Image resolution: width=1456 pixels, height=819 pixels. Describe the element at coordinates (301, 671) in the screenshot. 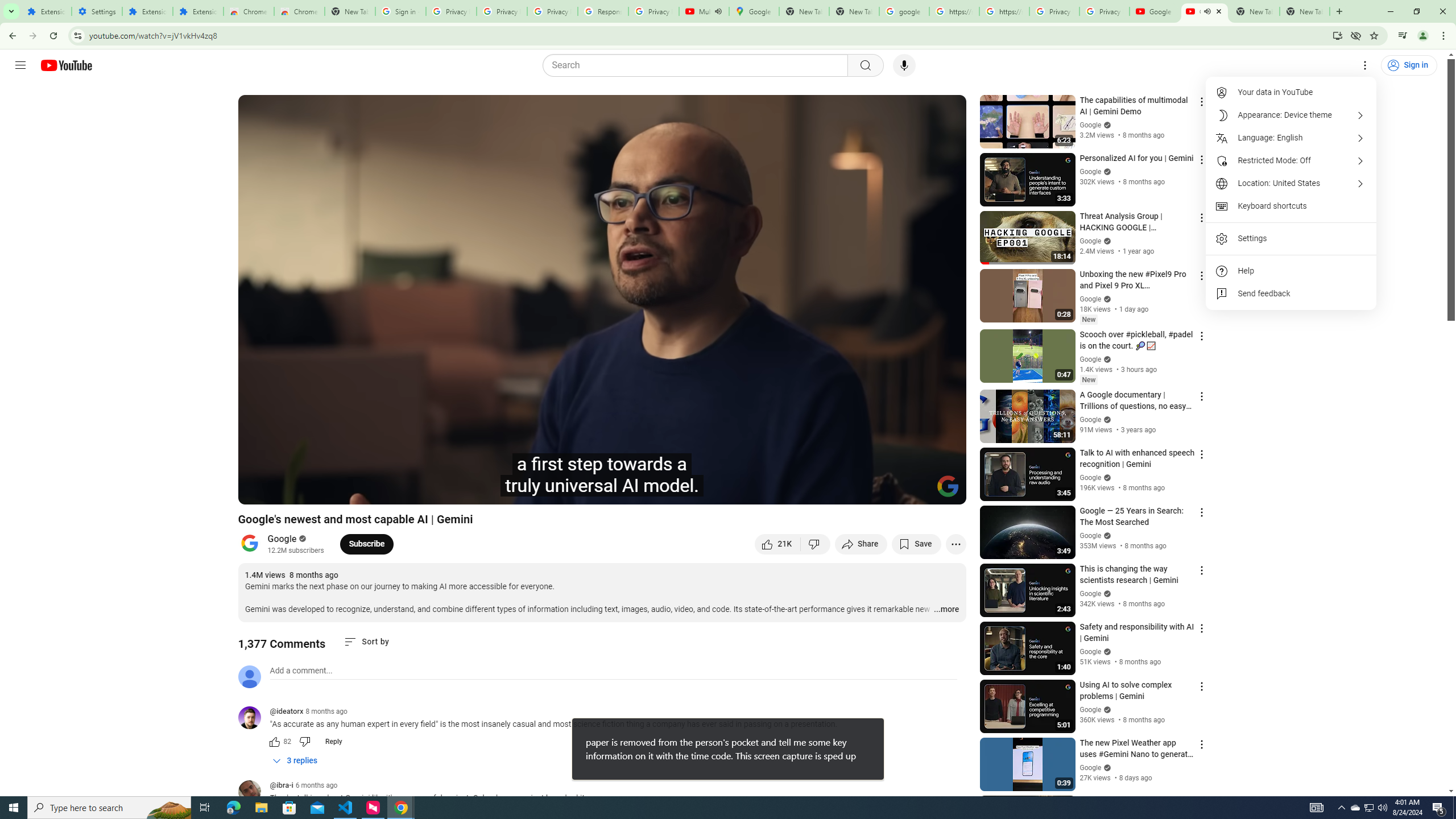

I see `'AutomationID: simplebox-placeholder'` at that location.